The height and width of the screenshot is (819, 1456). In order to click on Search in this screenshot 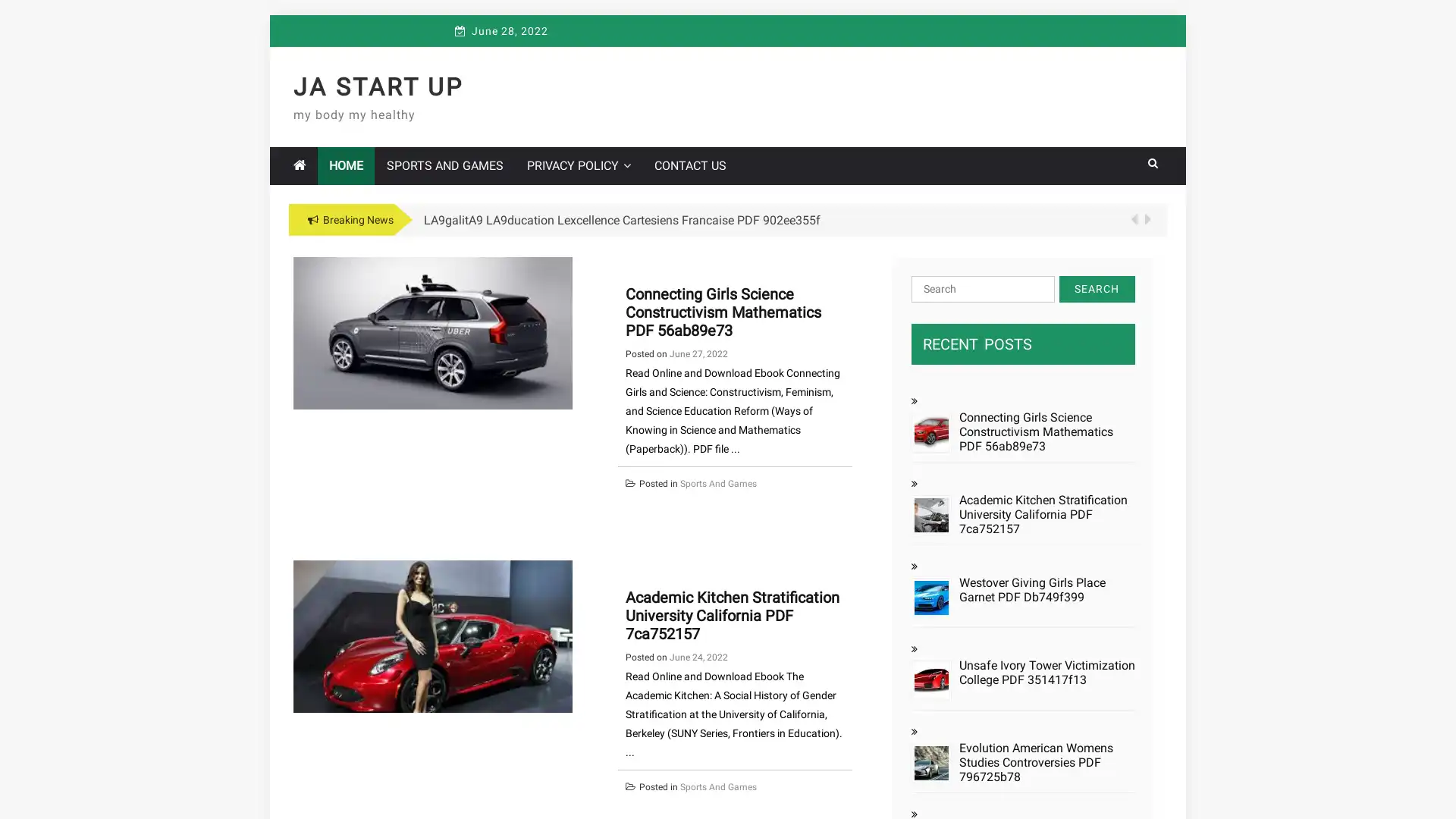, I will do `click(1096, 288)`.